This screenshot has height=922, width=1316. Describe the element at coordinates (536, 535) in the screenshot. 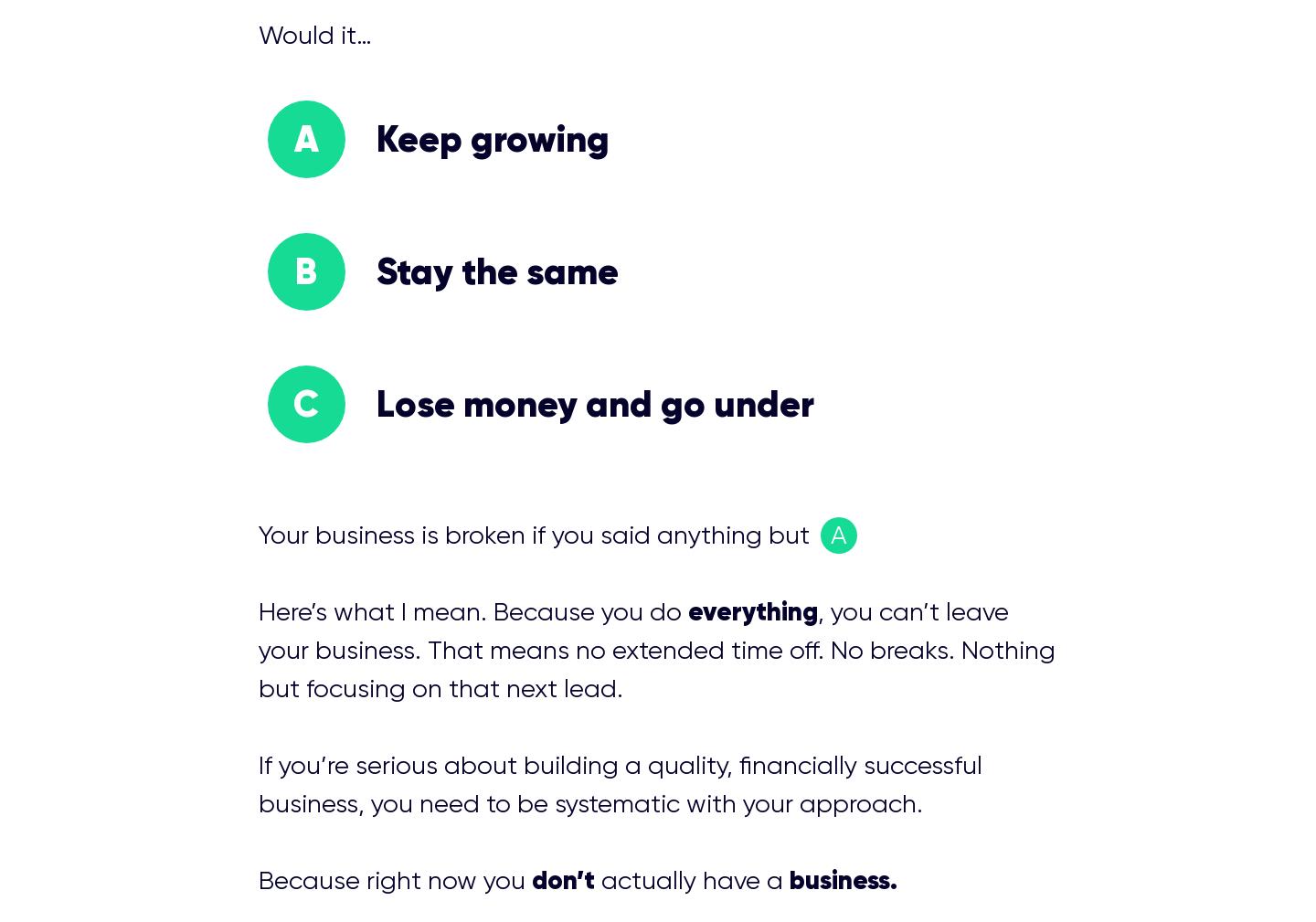

I see `'Your business is broken if you said anything but'` at that location.